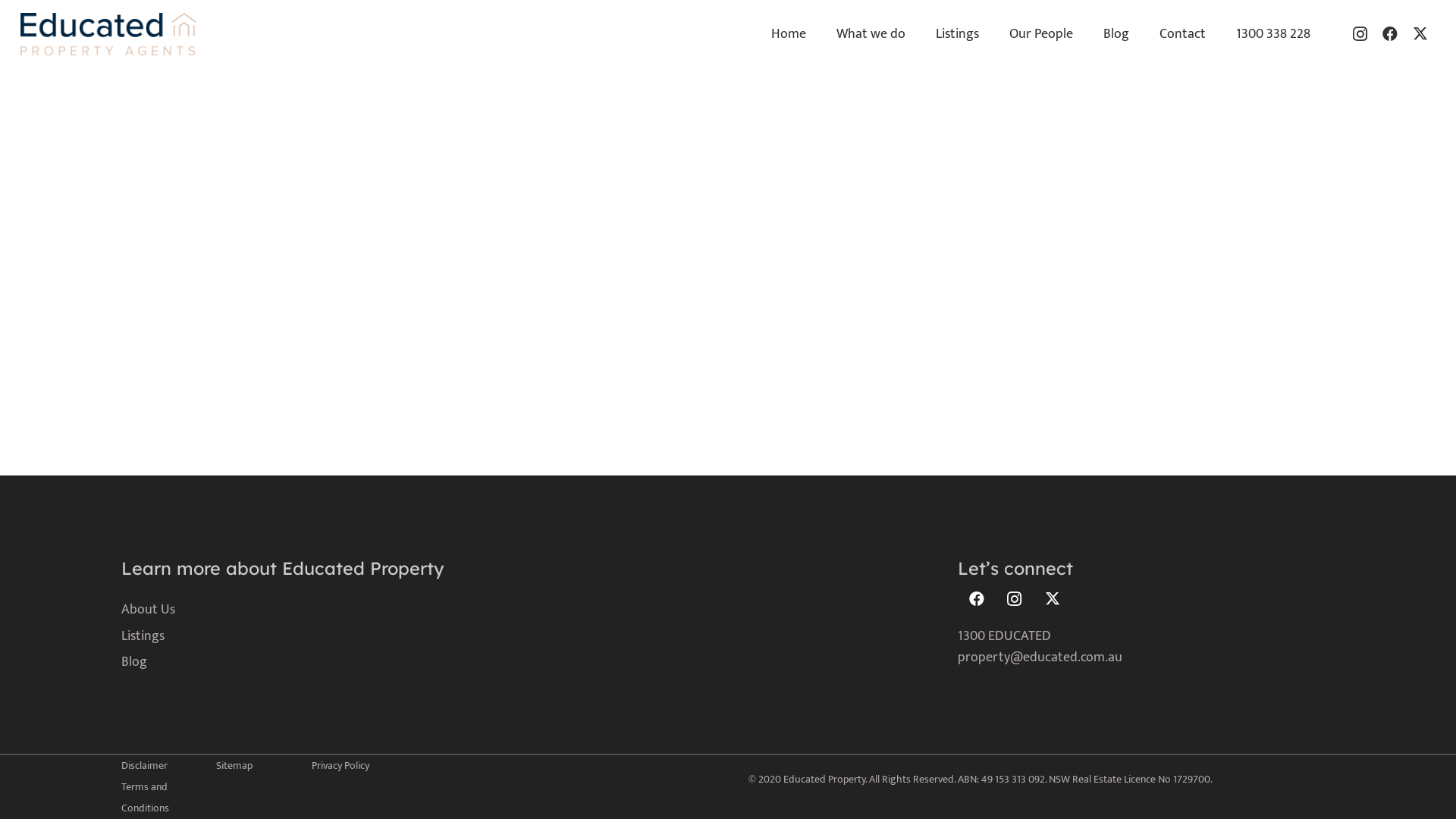  I want to click on 'About Us', so click(120, 608).